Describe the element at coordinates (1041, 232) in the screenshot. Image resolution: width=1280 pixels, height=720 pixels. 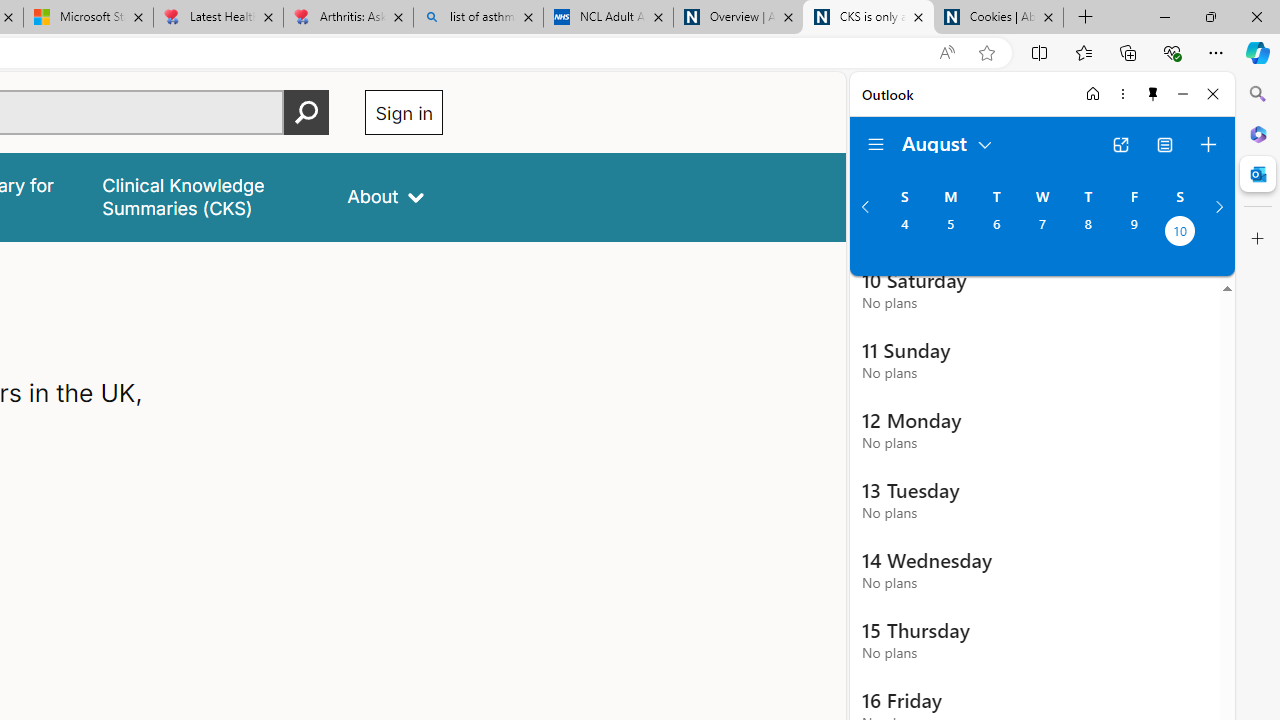
I see `'Wednesday, August 7, 2024. '` at that location.